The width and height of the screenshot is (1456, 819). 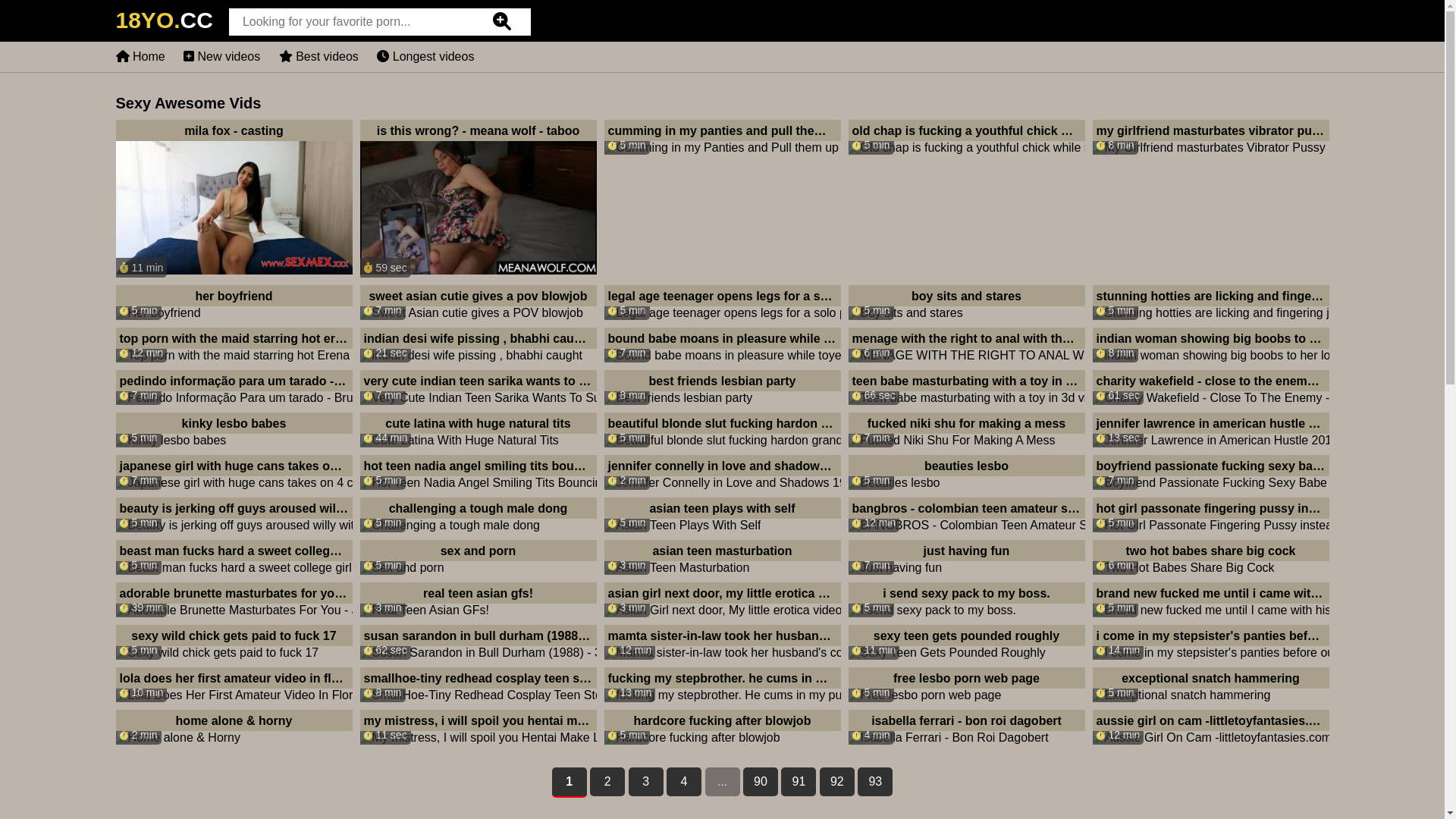 I want to click on '61 sec, so click(x=1210, y=386).